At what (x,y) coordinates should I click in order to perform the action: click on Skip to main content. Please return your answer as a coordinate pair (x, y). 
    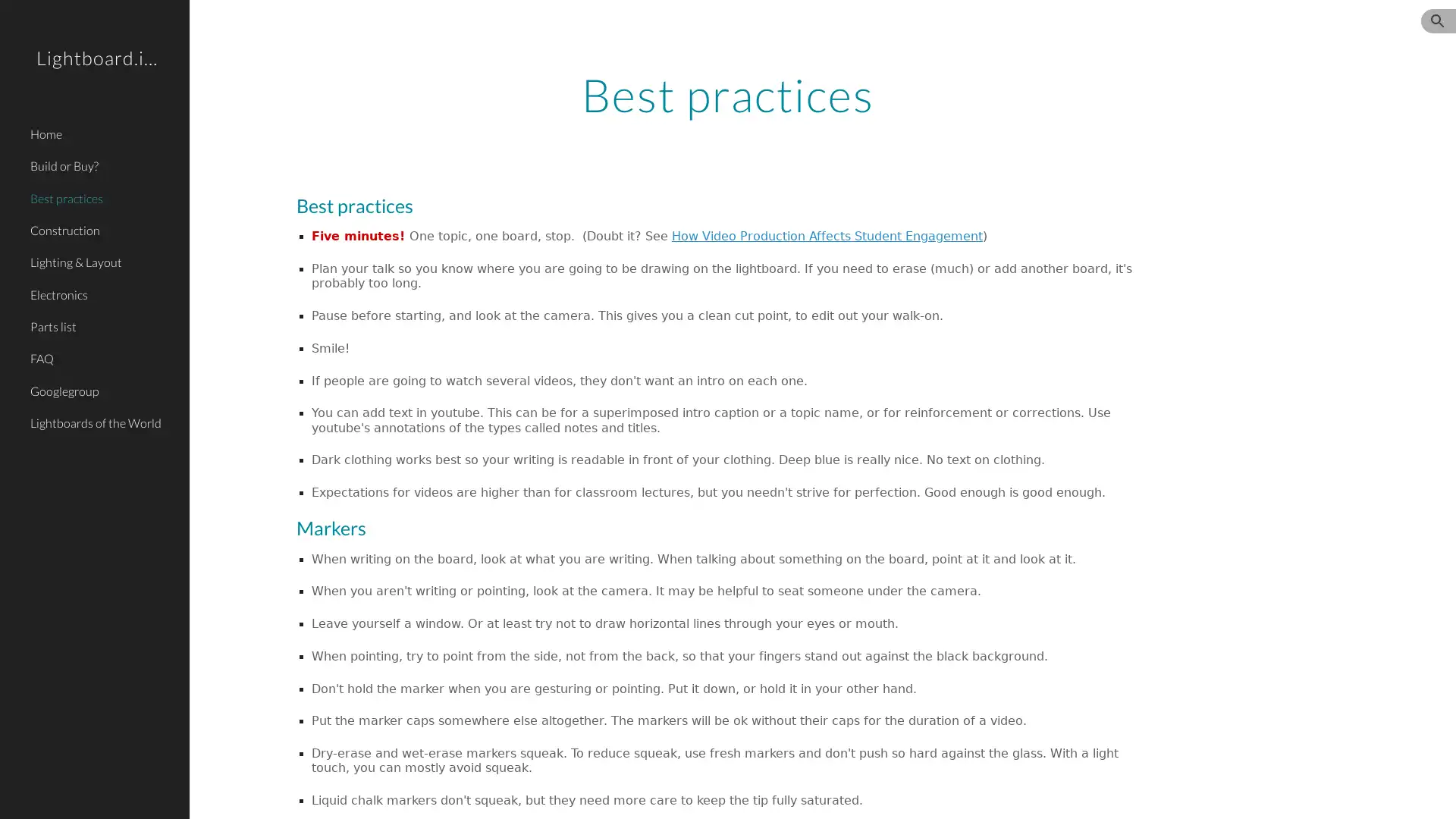
    Looking at the image, I should click on (597, 28).